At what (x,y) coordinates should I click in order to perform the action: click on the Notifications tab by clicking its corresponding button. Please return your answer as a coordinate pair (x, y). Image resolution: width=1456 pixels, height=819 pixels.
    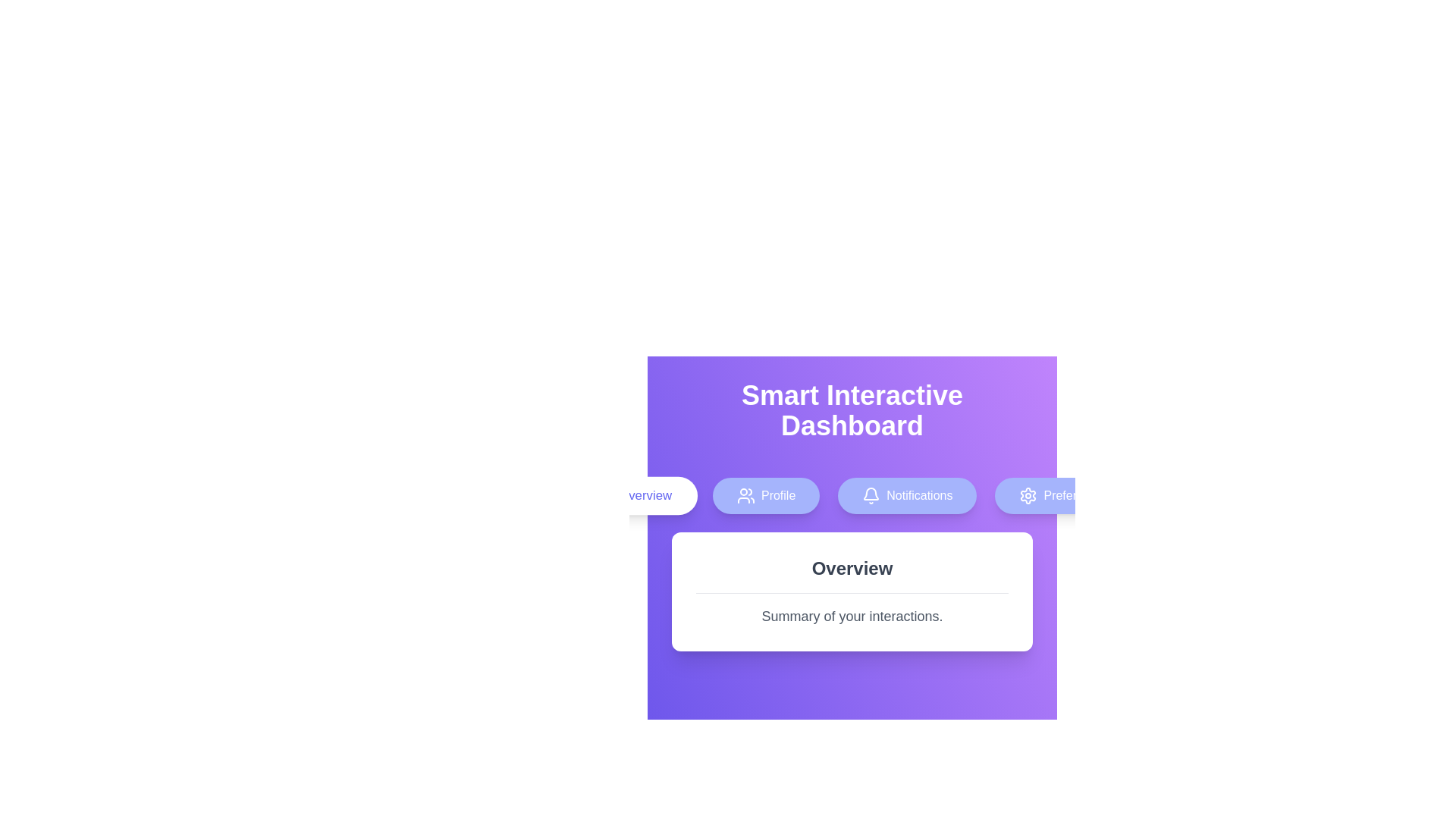
    Looking at the image, I should click on (907, 496).